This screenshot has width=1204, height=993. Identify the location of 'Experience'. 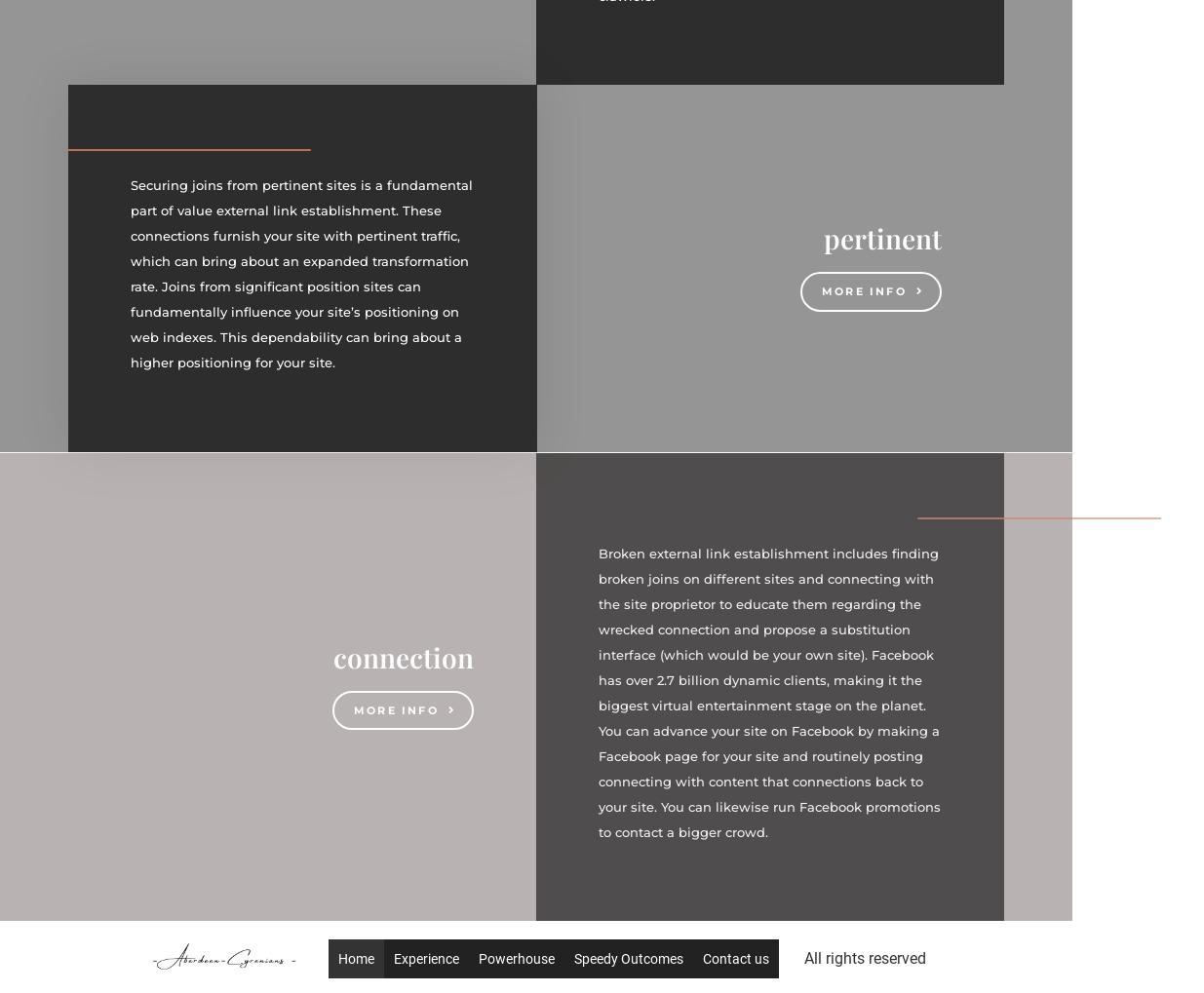
(424, 959).